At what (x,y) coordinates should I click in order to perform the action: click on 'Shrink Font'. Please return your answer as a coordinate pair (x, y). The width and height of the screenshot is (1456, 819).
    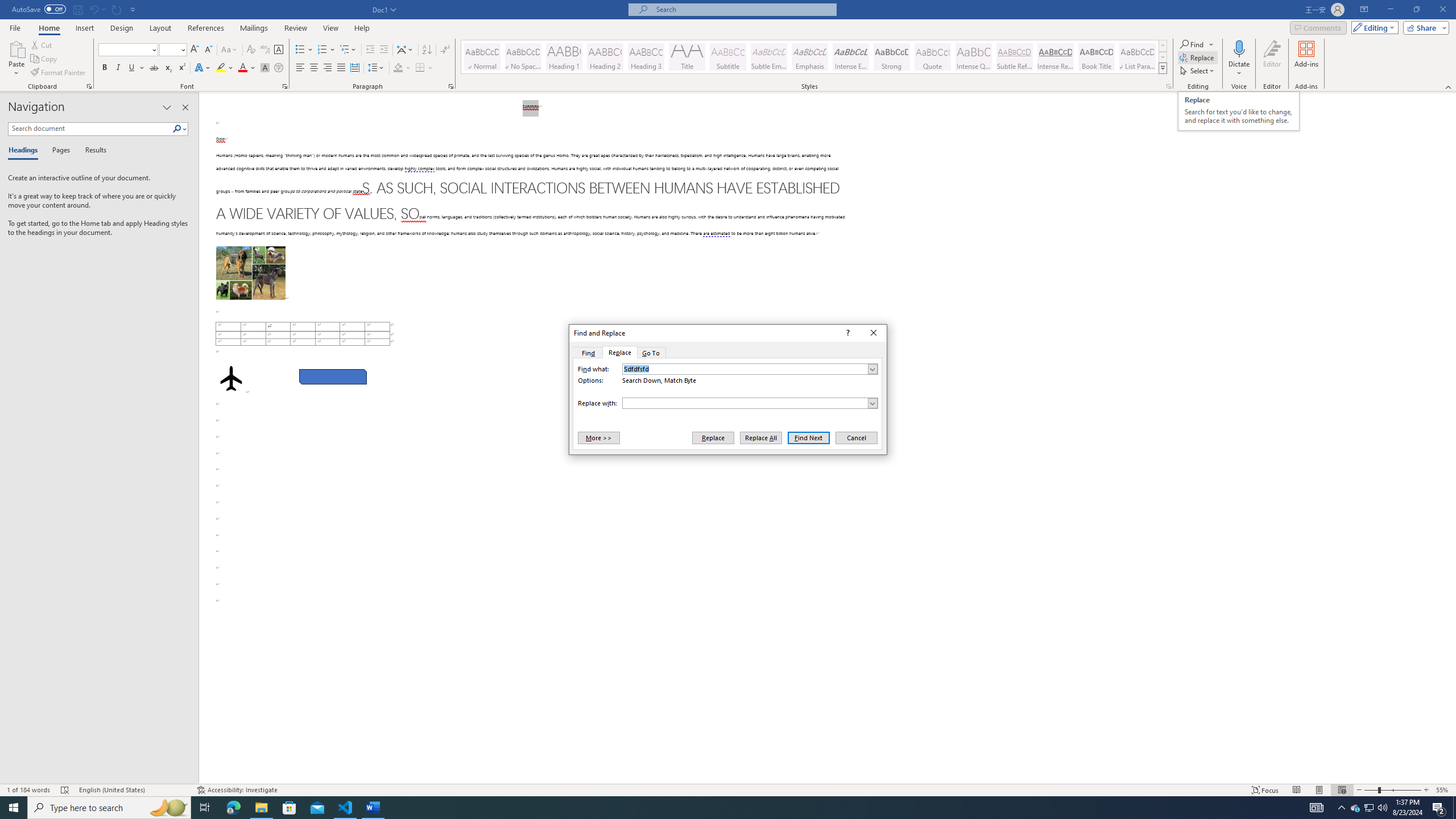
    Looking at the image, I should click on (208, 49).